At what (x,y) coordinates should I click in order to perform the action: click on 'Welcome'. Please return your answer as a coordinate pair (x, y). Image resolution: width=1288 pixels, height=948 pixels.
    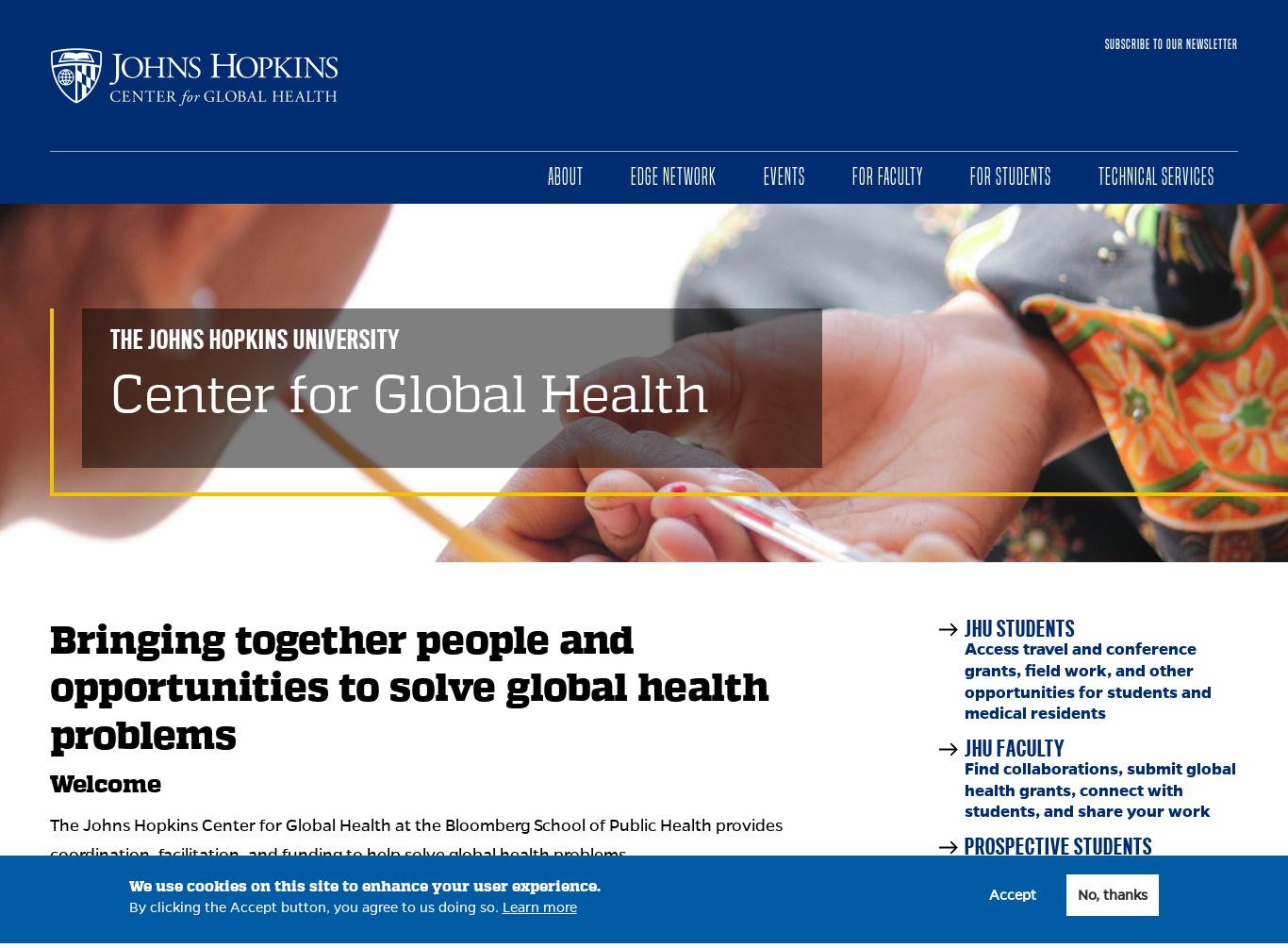
    Looking at the image, I should click on (106, 785).